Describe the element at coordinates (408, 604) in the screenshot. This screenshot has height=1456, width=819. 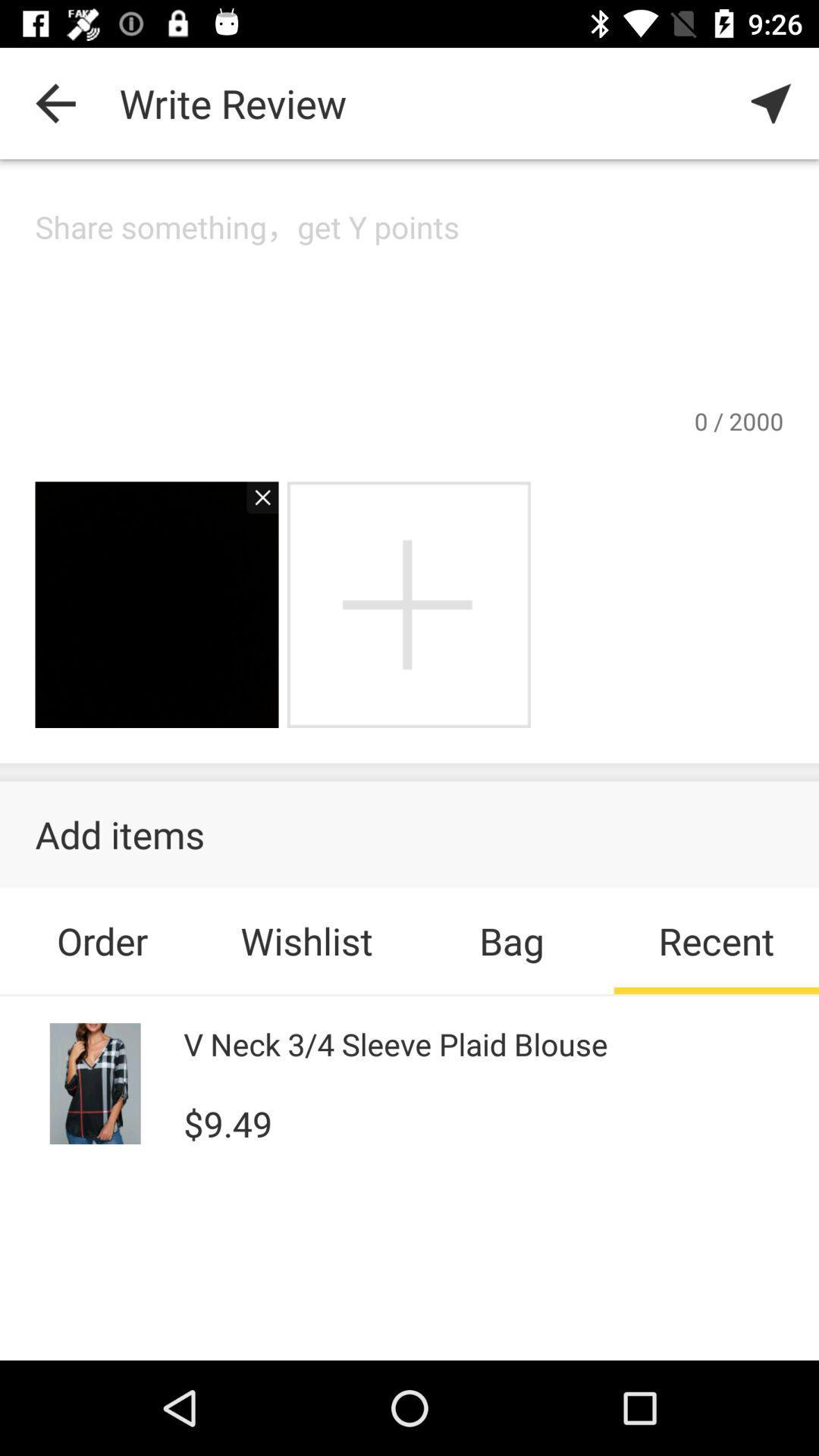
I see `new item` at that location.